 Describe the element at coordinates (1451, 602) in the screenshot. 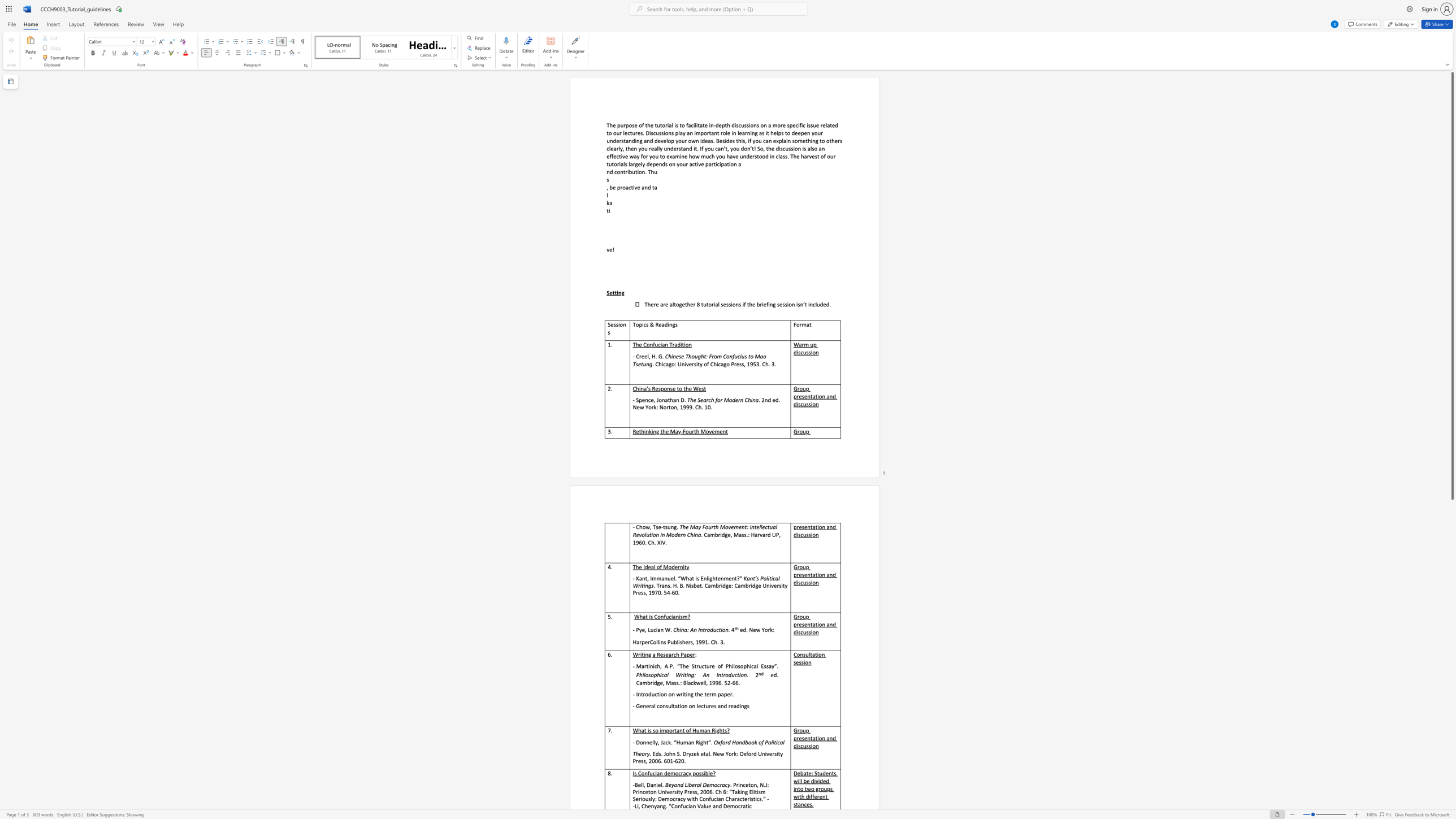

I see `the scrollbar to scroll the page down` at that location.